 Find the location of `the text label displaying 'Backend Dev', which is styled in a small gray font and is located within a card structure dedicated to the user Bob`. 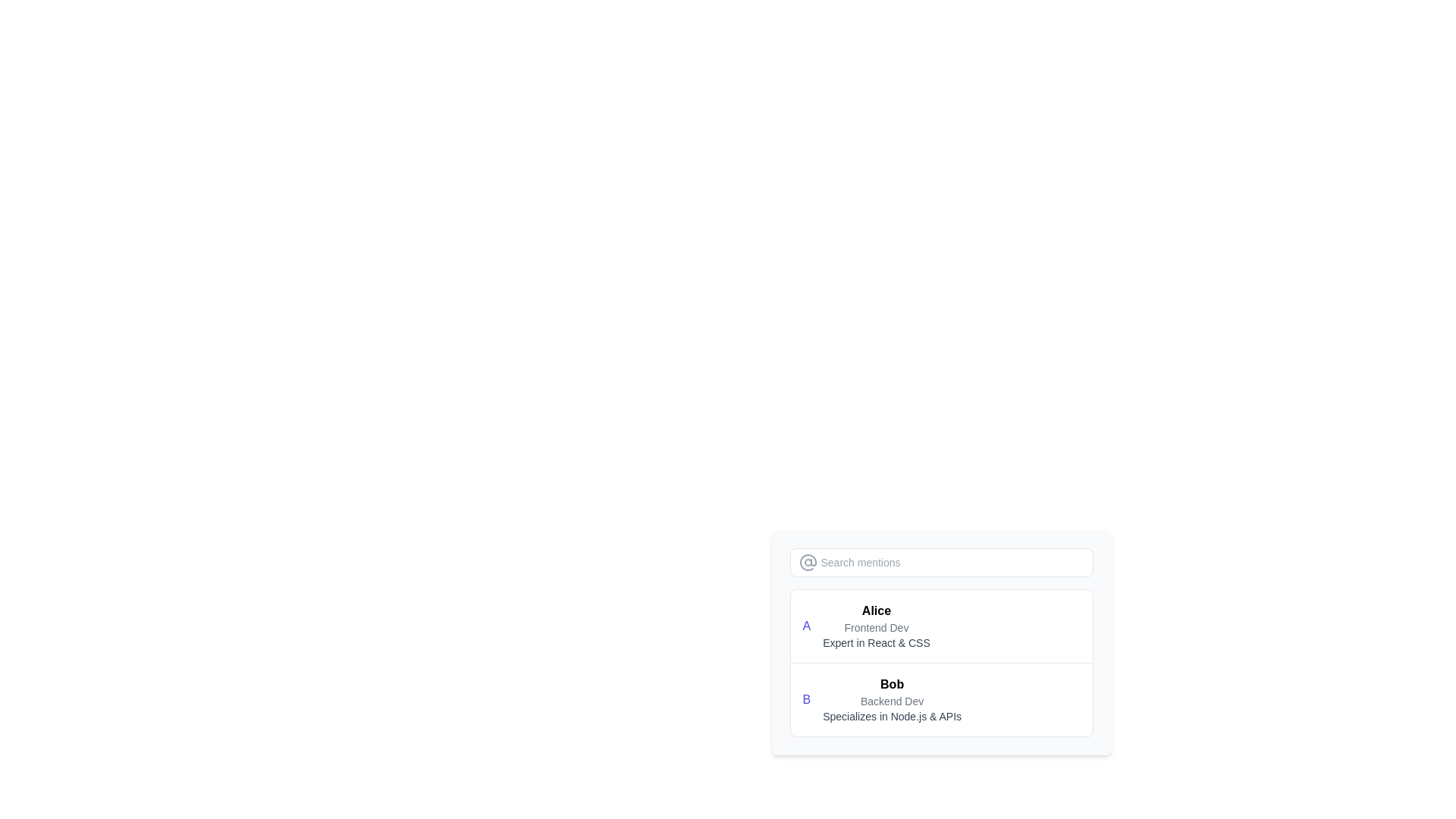

the text label displaying 'Backend Dev', which is styled in a small gray font and is located within a card structure dedicated to the user Bob is located at coordinates (892, 701).